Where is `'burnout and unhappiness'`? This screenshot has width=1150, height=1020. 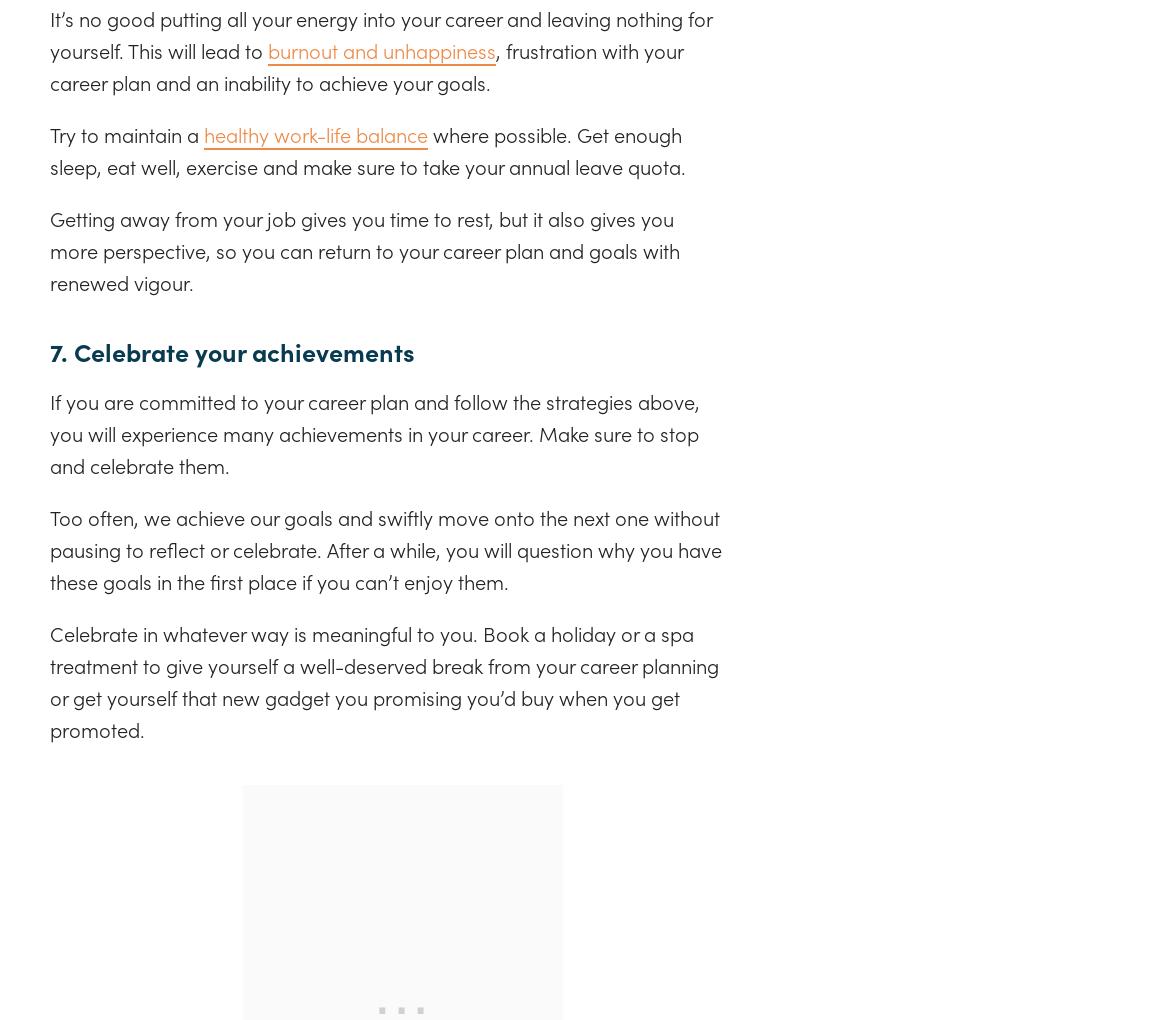
'burnout and unhappiness' is located at coordinates (382, 48).